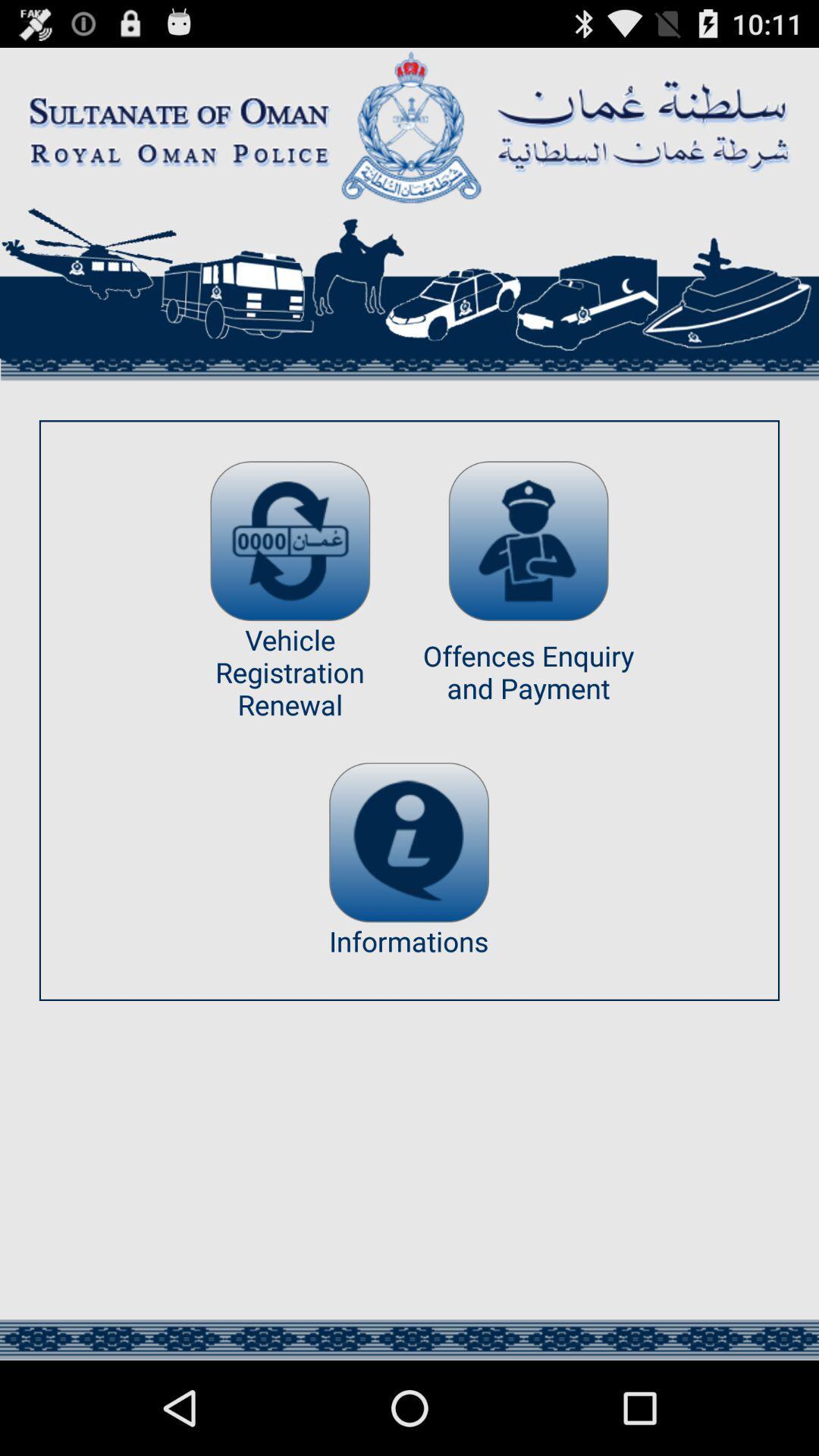  What do you see at coordinates (408, 902) in the screenshot?
I see `the info icon` at bounding box center [408, 902].